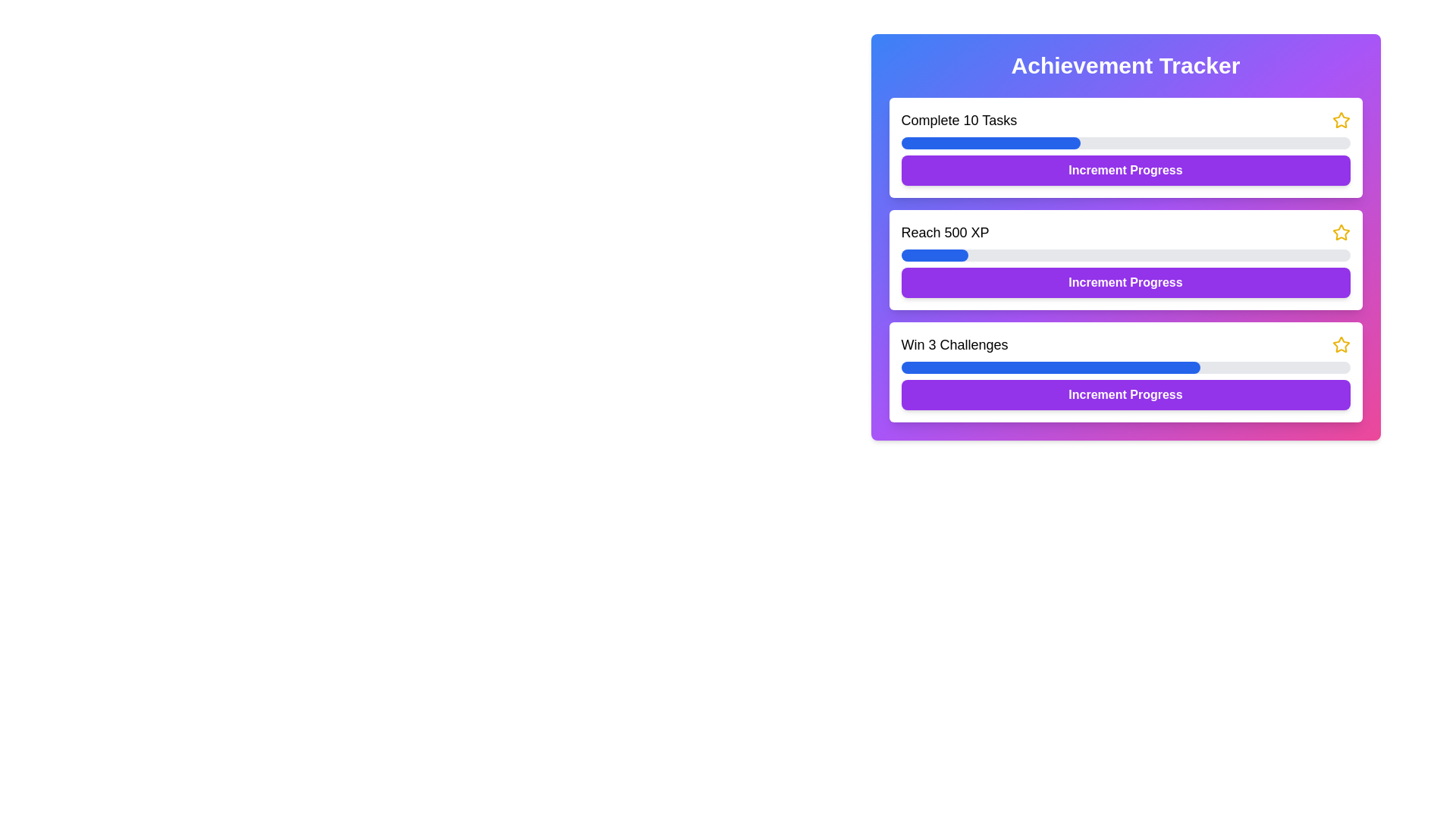  I want to click on the rectangular button with a purple background and white text that reads 'Increment Progress', so click(1125, 283).